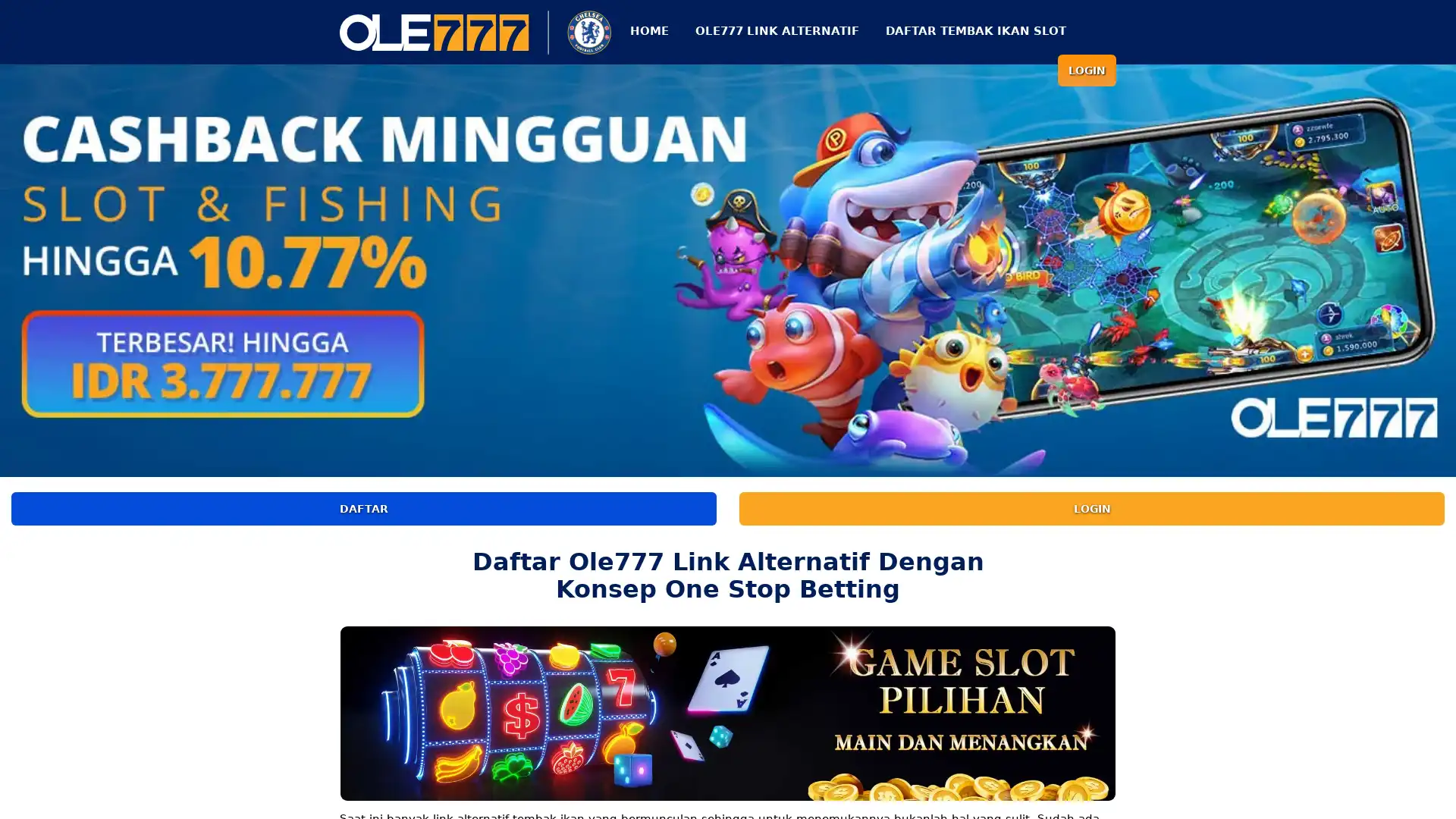 This screenshot has height=819, width=1456. Describe the element at coordinates (1442, 267) in the screenshot. I see `Next item in carousel (1 of 1)` at that location.